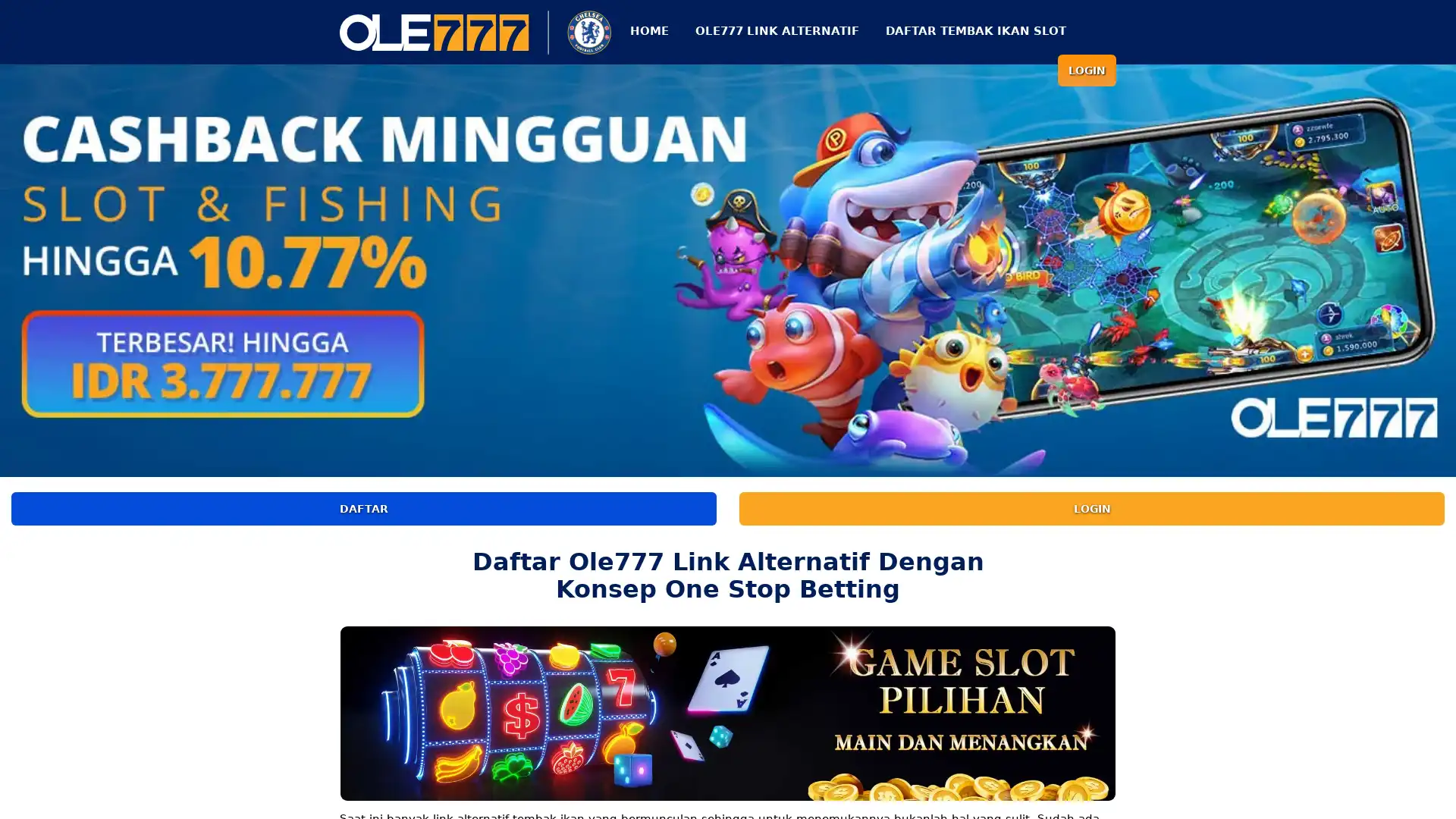 This screenshot has height=819, width=1456. Describe the element at coordinates (1442, 267) in the screenshot. I see `Next item in carousel (1 of 1)` at that location.